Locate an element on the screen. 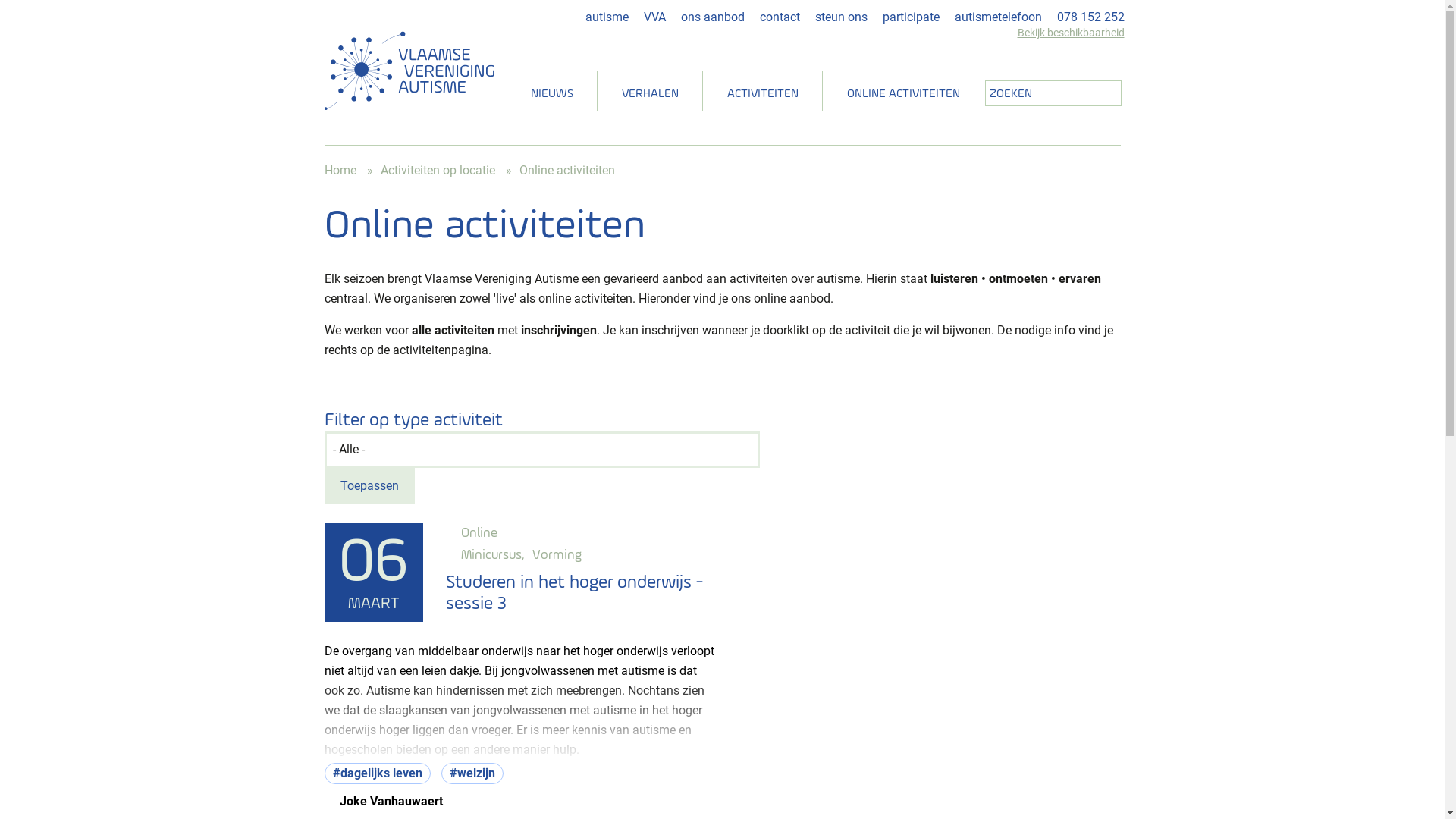 The height and width of the screenshot is (819, 1456). 'ONLINE ACTIVITEITEN' is located at coordinates (902, 93).